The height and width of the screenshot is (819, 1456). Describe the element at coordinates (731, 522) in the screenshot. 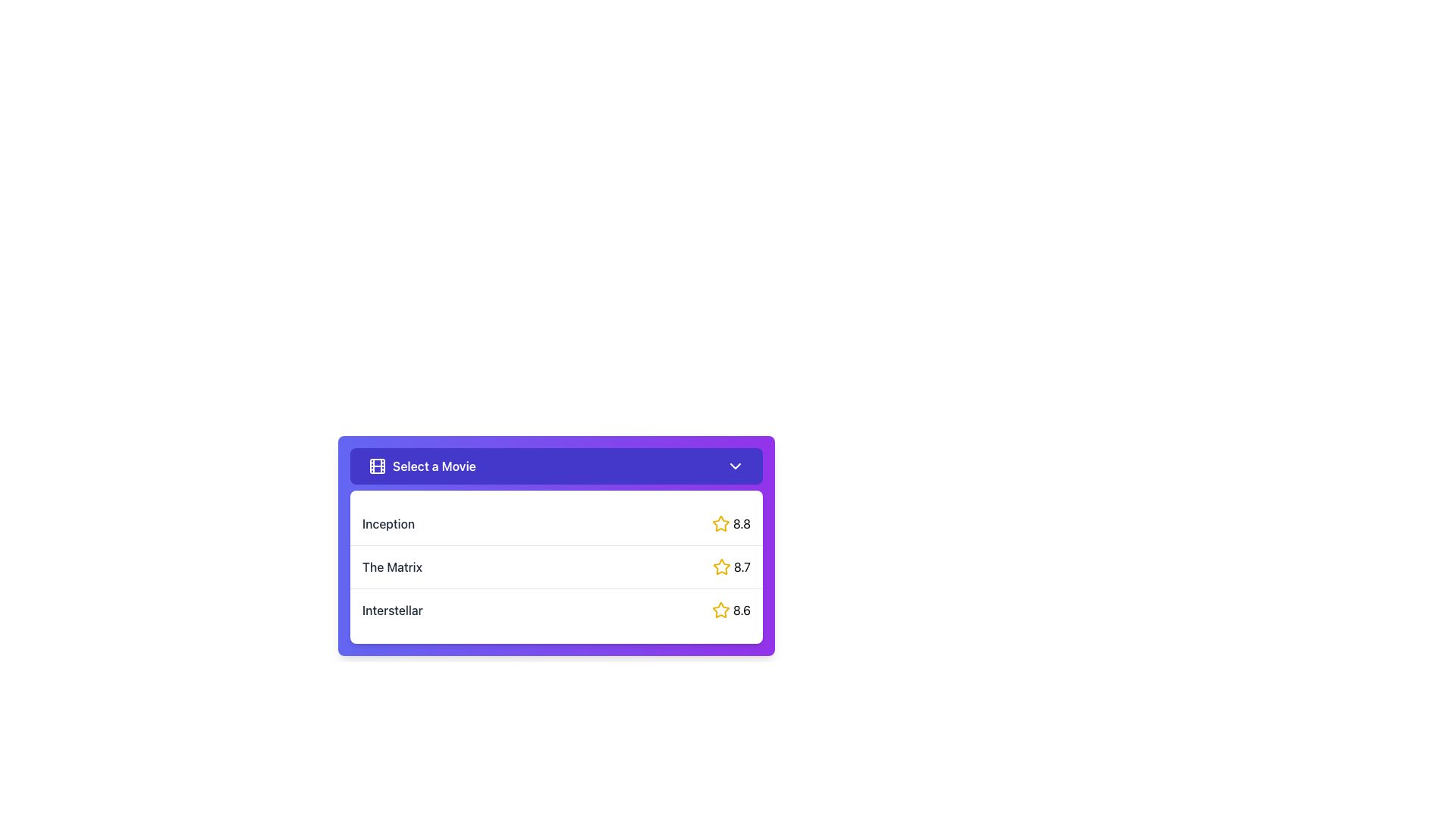

I see `rating value of the movie 'Inception' displayed as an Icon-text pair located on the right side of the first list item in the 'Select a Movie' section` at that location.